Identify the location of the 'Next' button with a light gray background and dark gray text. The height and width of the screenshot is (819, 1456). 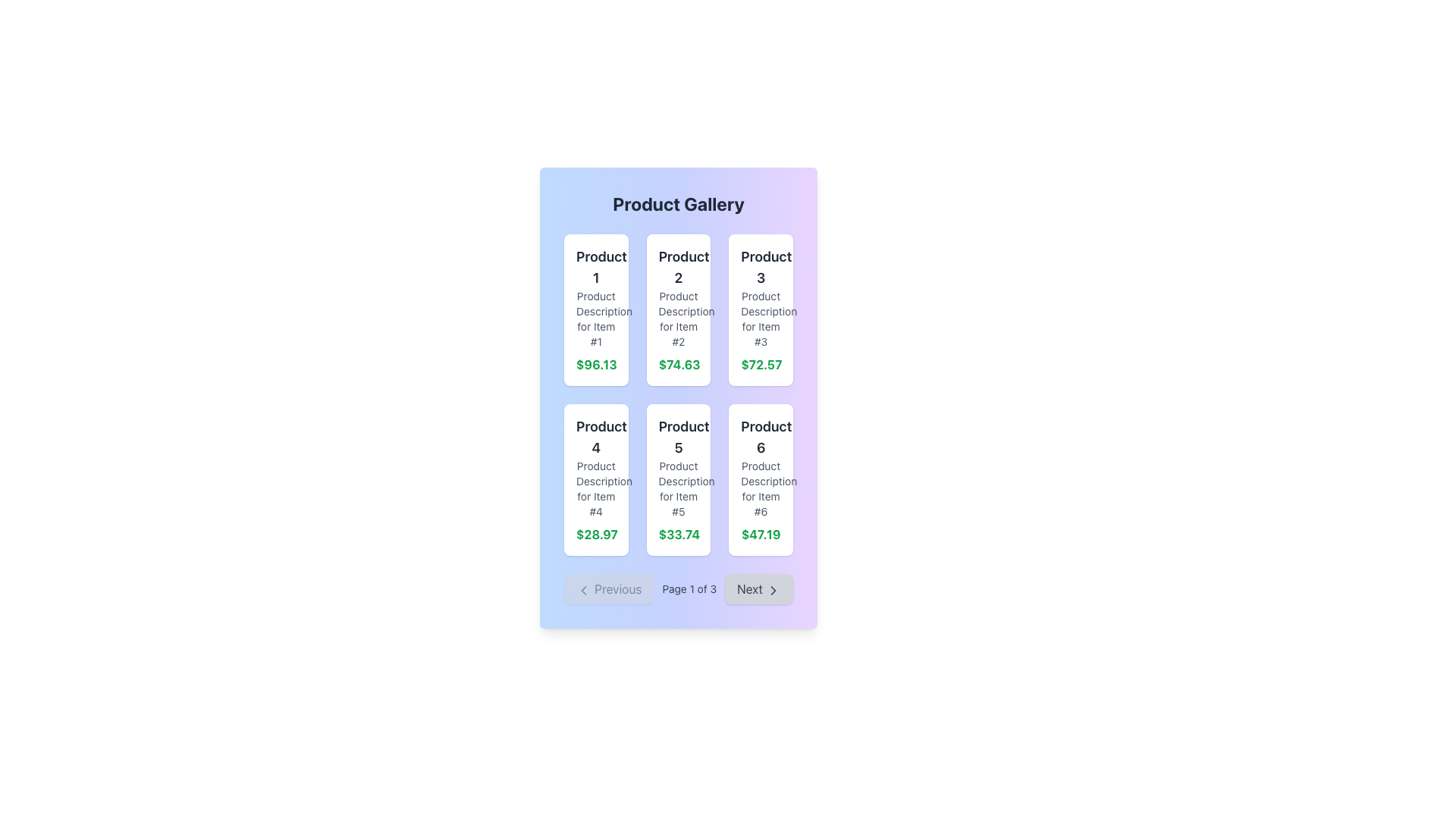
(759, 588).